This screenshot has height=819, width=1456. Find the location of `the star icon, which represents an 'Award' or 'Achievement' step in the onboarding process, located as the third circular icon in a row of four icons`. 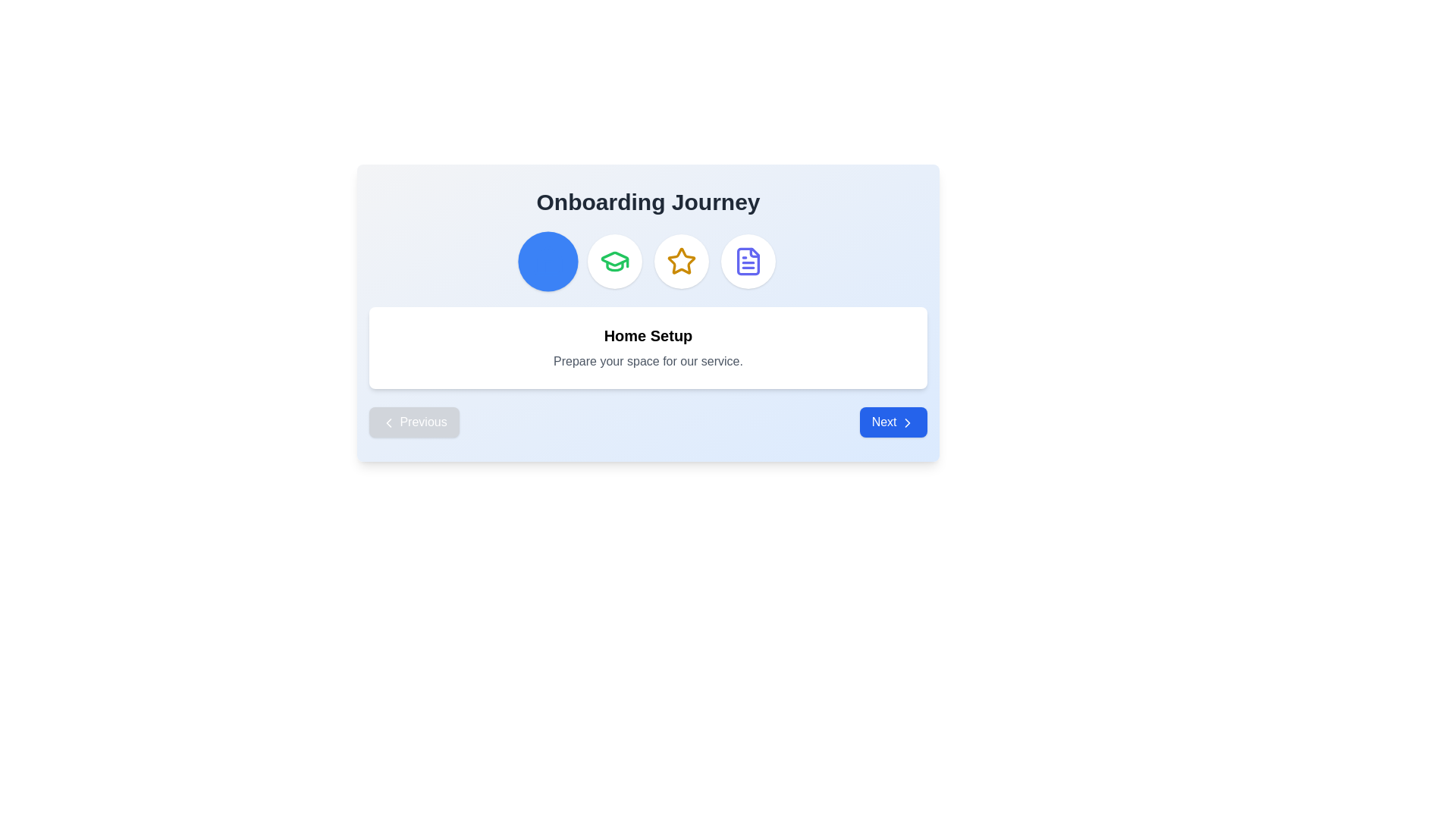

the star icon, which represents an 'Award' or 'Achievement' step in the onboarding process, located as the third circular icon in a row of four icons is located at coordinates (680, 260).